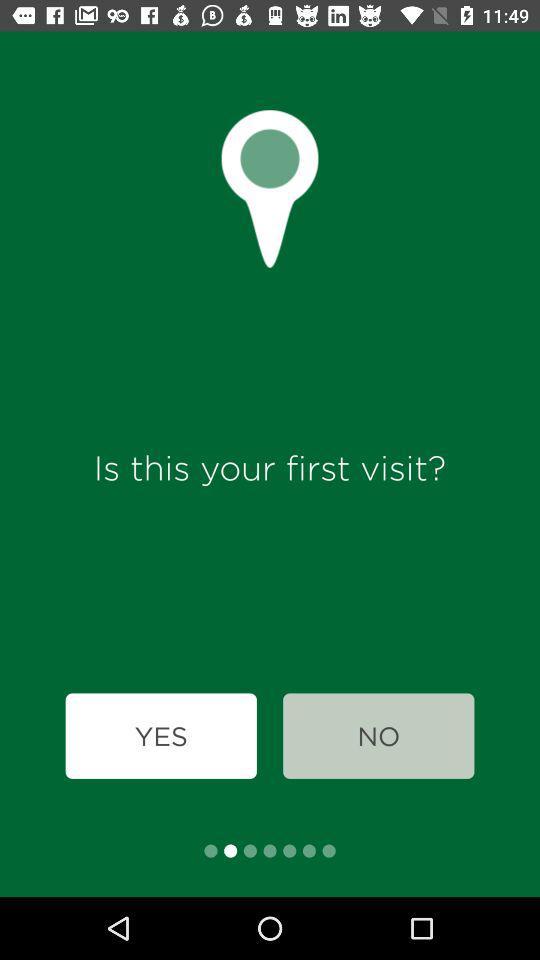  I want to click on the icon at the bottom left corner, so click(160, 735).